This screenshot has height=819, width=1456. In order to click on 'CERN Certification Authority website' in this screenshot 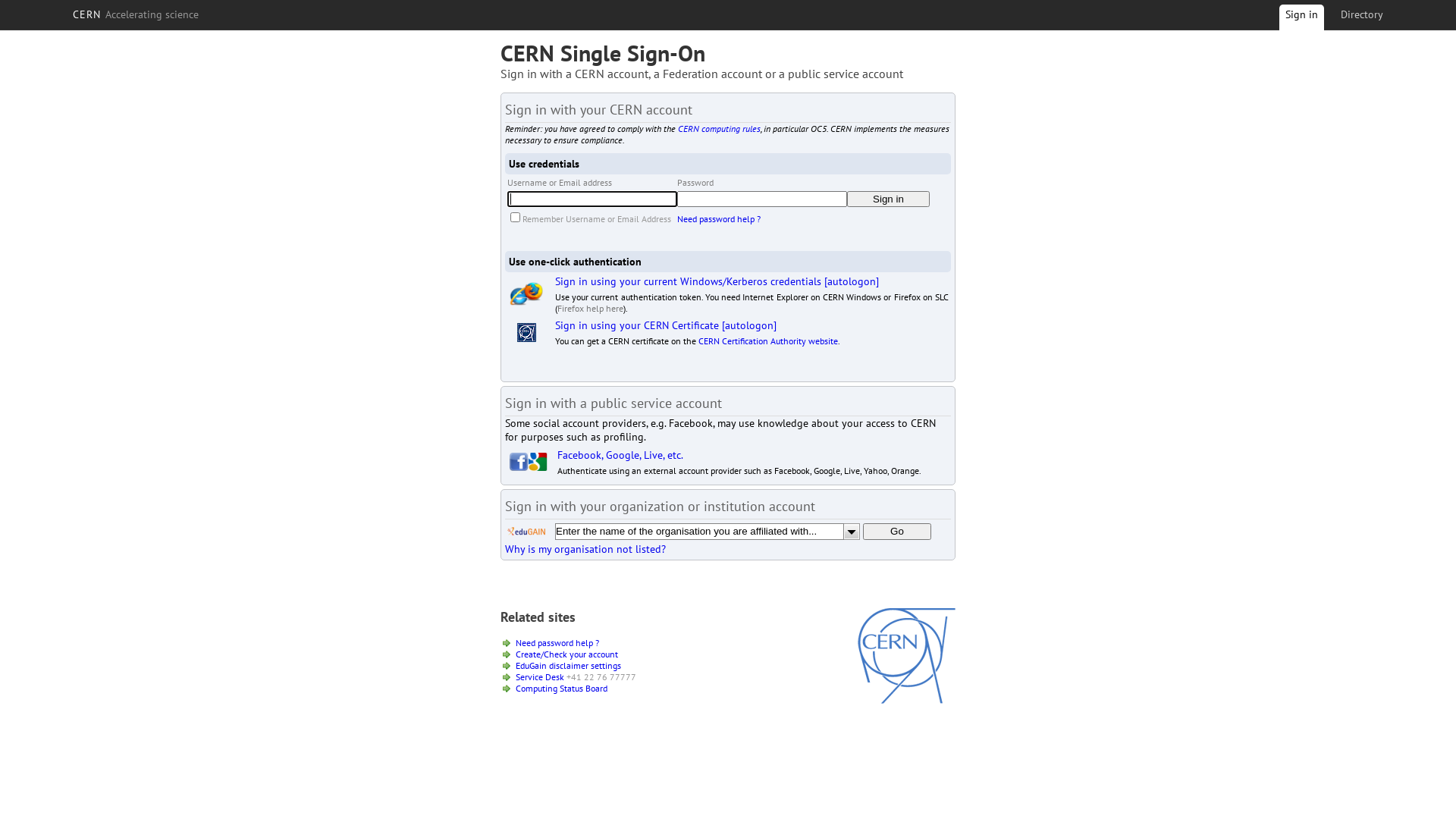, I will do `click(767, 340)`.